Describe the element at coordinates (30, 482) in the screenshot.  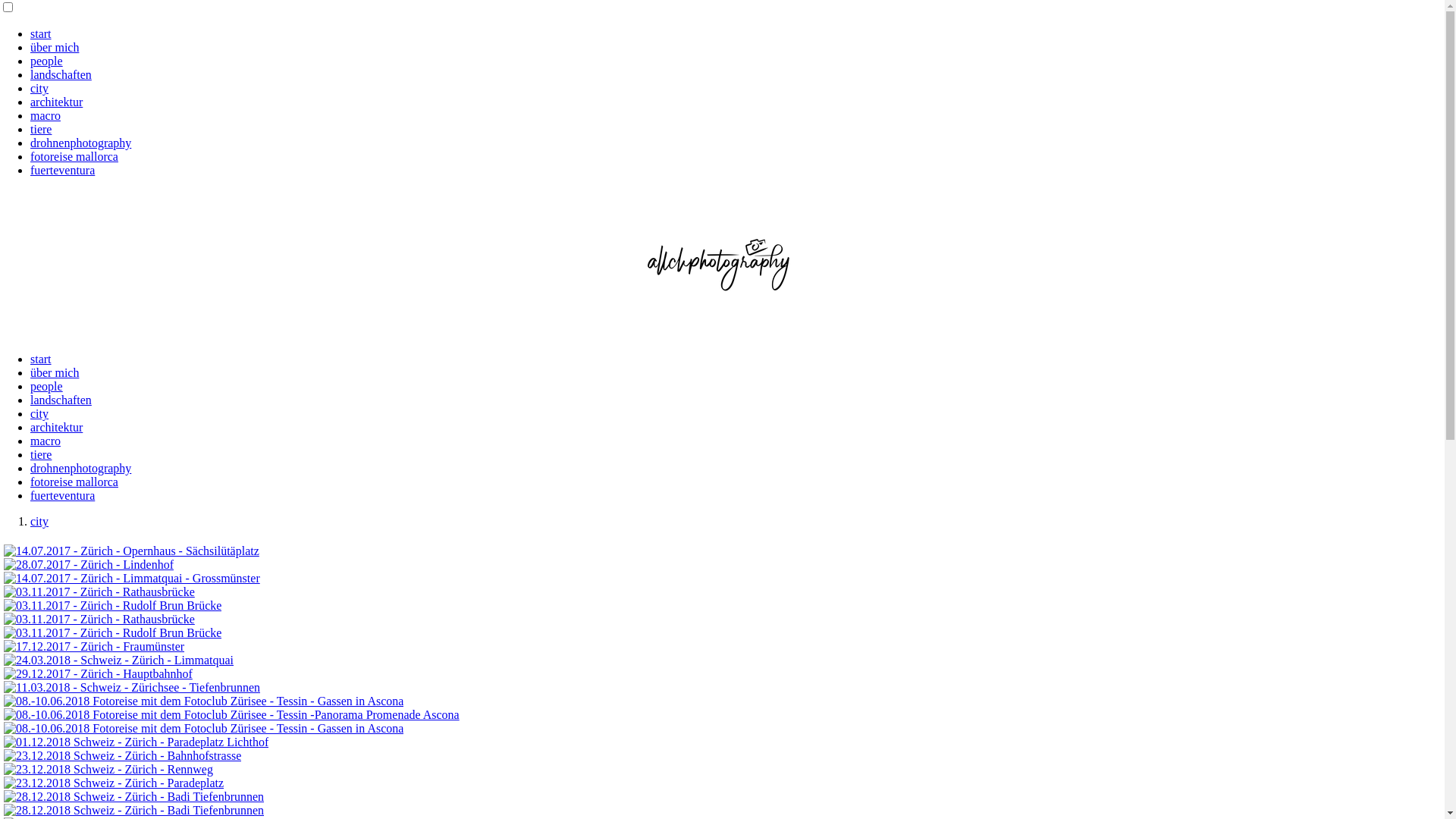
I see `'fotoreise mallorca'` at that location.